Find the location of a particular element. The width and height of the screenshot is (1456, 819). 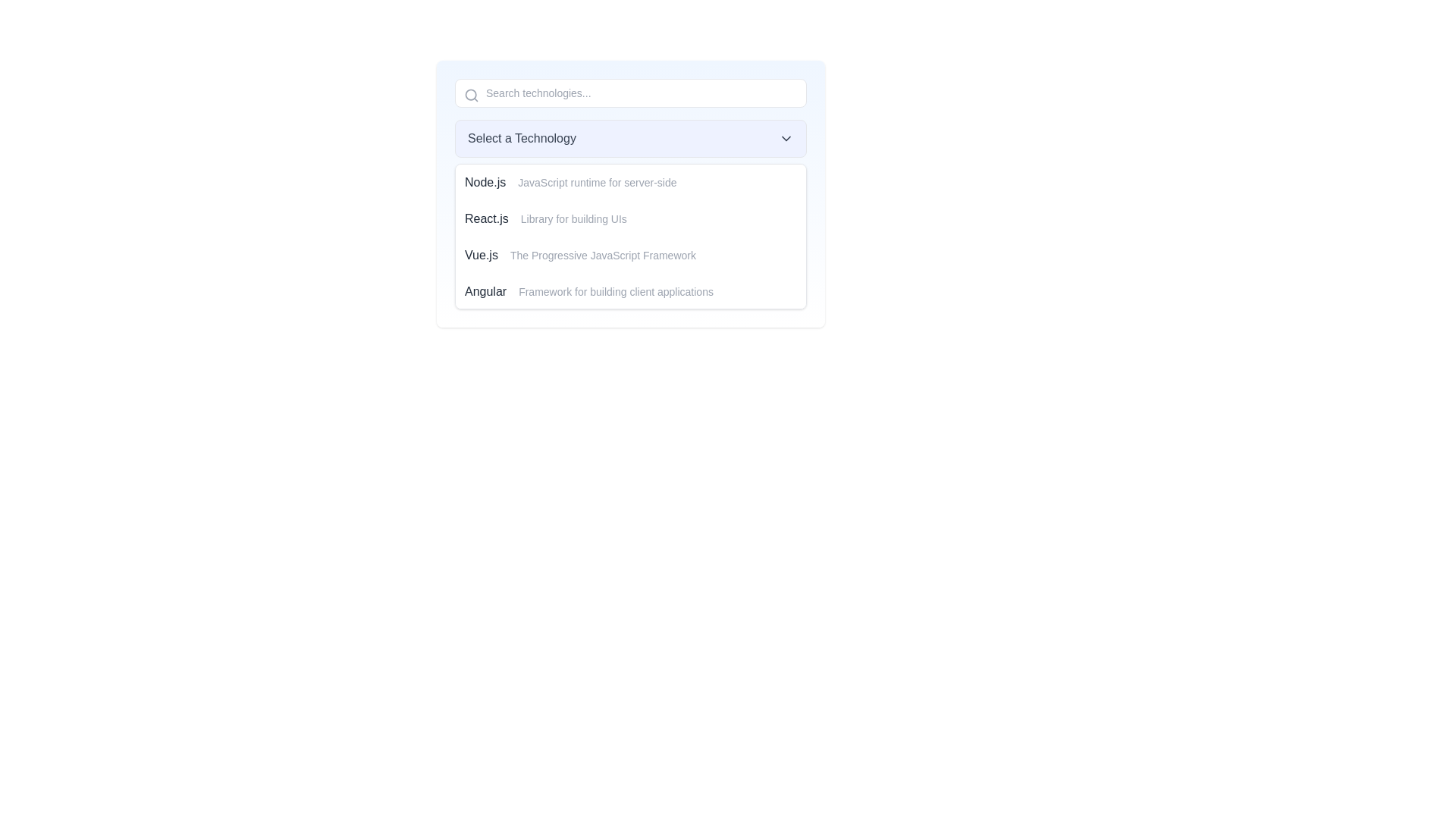

the list item displaying 'Angular' is located at coordinates (630, 292).